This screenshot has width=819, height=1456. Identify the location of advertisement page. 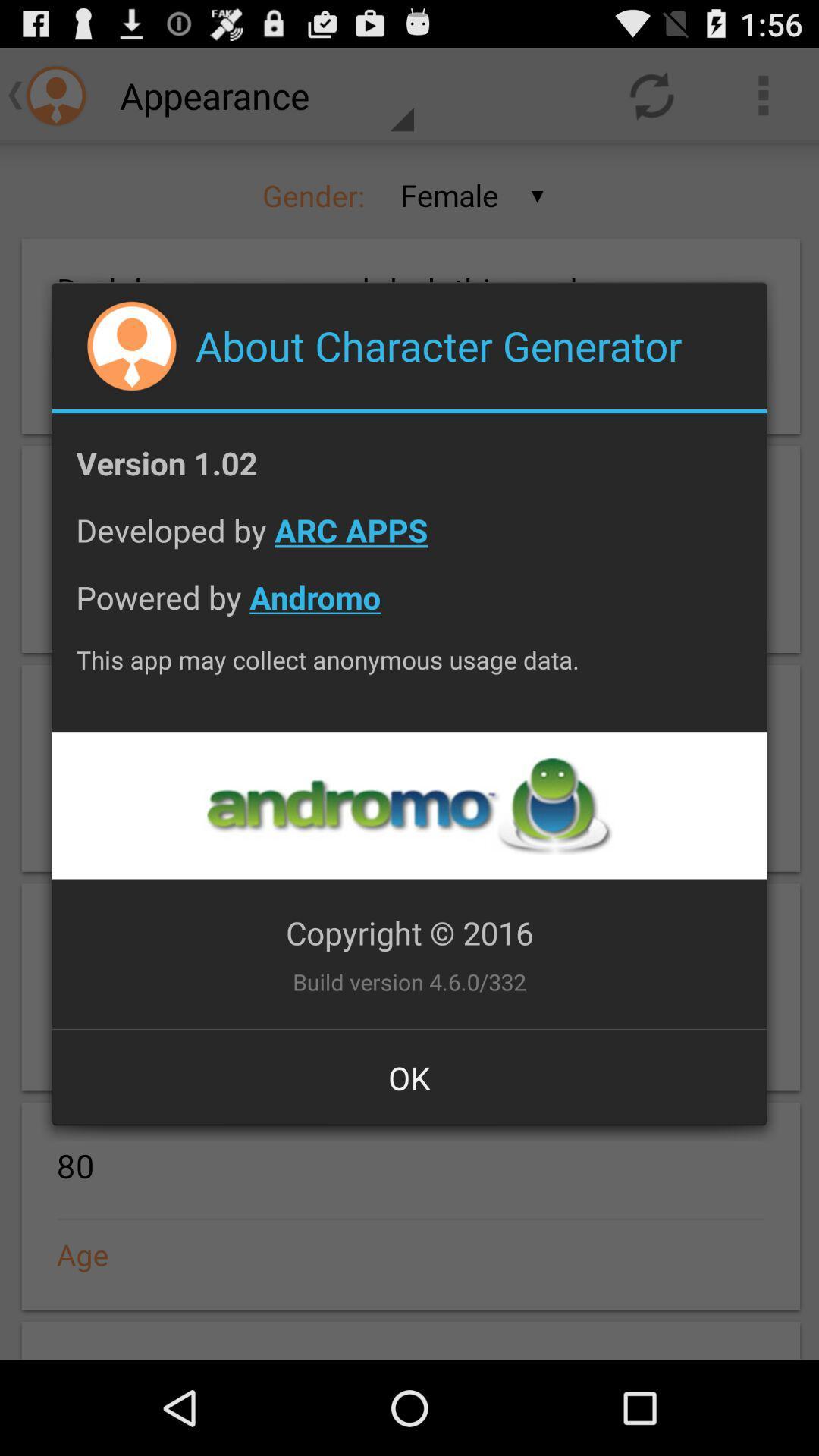
(408, 805).